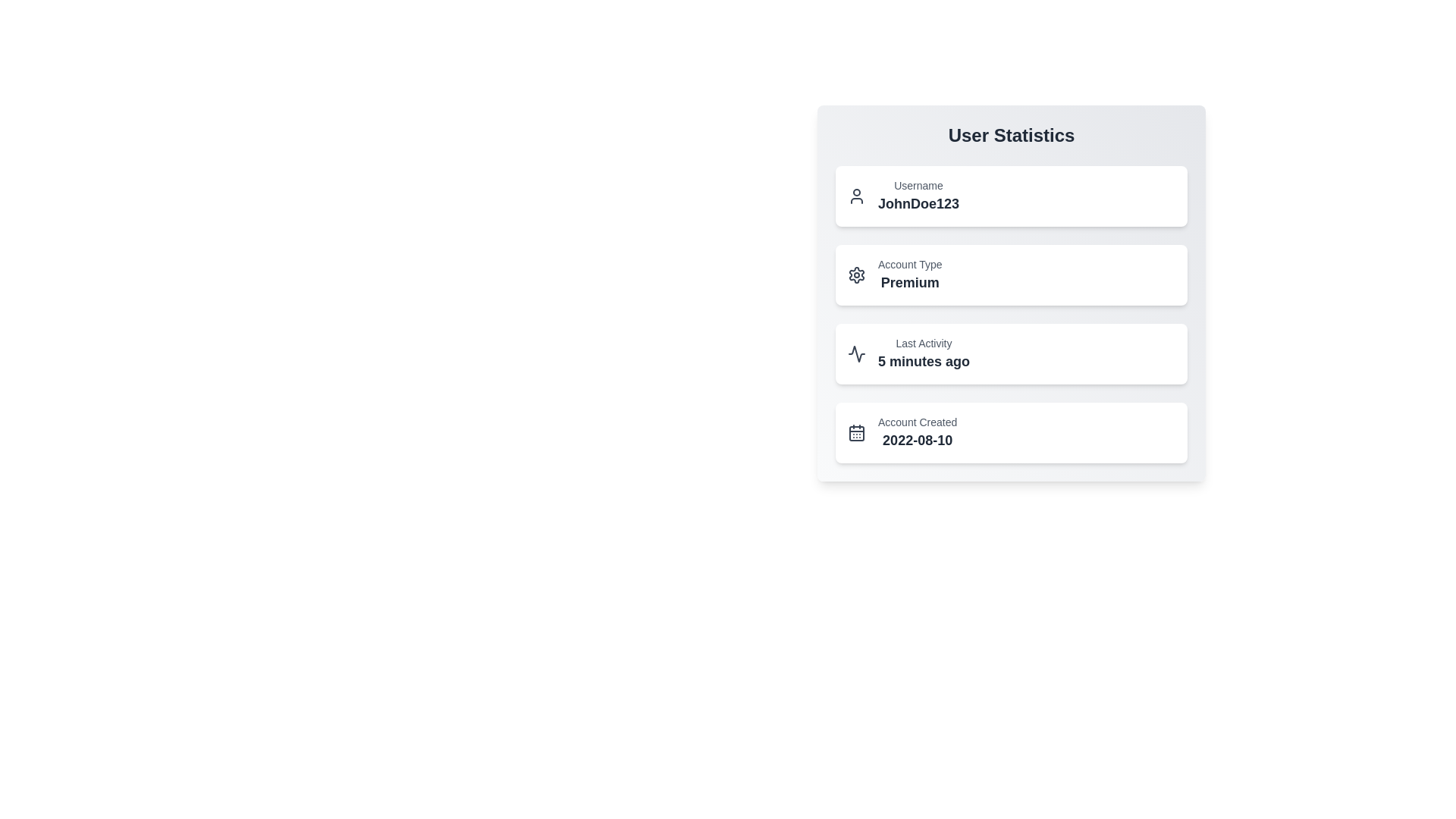 The image size is (1456, 819). What do you see at coordinates (917, 422) in the screenshot?
I see `the label indicating the account creation date located in the 'User Statistics' card, positioned above the date '2022-08-10'` at bounding box center [917, 422].